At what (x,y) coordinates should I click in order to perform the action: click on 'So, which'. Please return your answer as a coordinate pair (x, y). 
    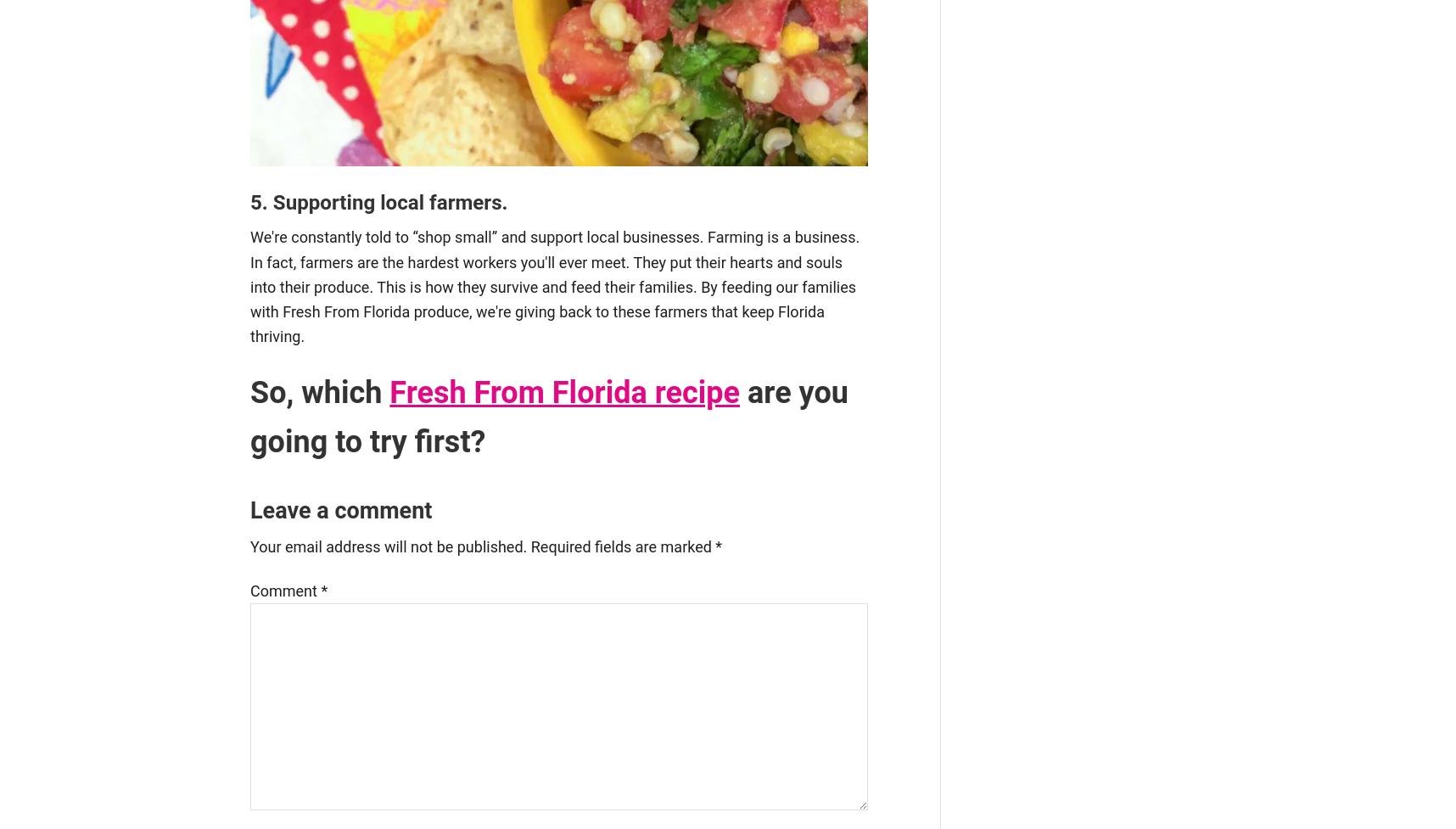
    Looking at the image, I should click on (320, 392).